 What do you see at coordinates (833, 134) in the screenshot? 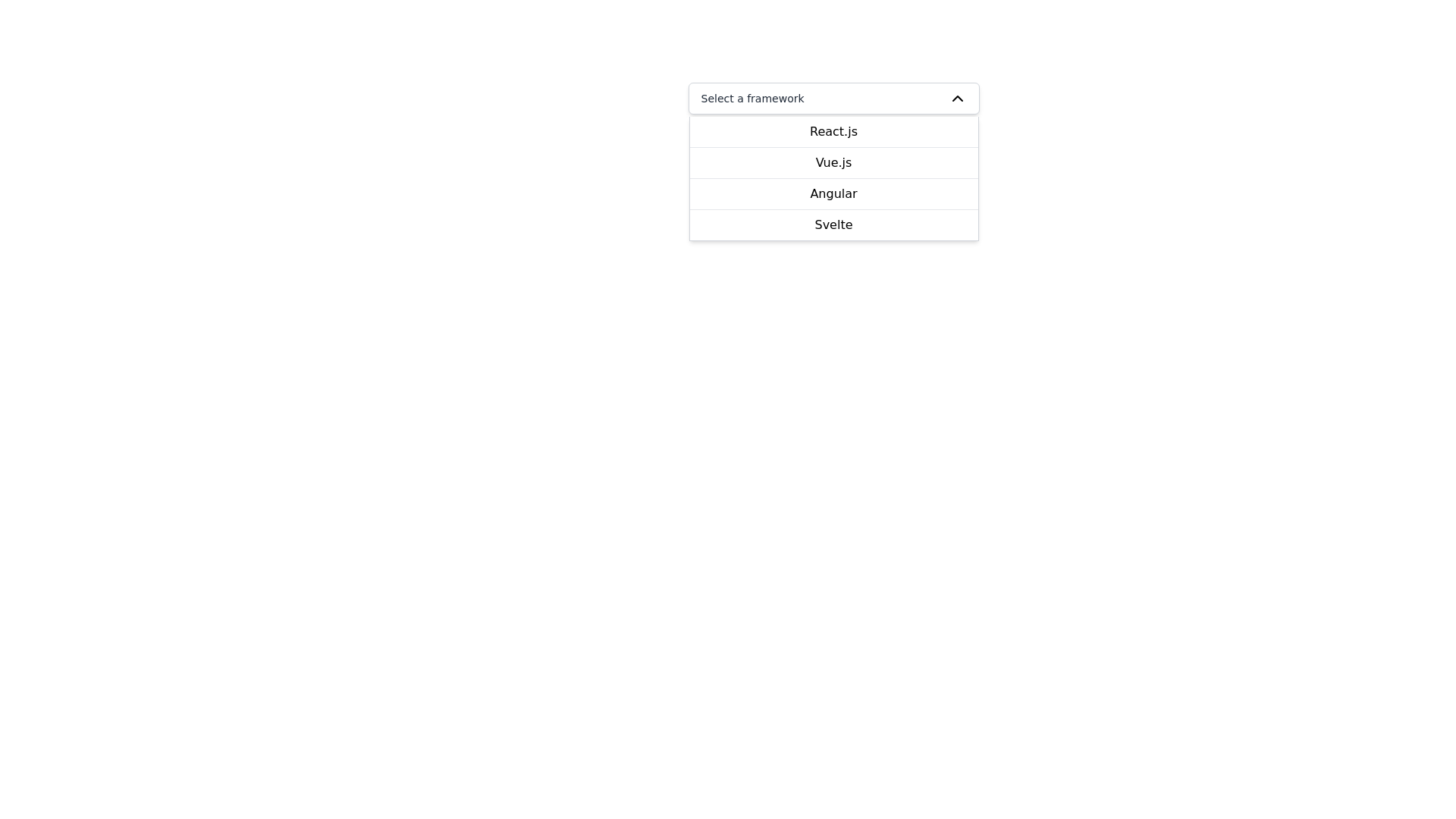
I see `explanatory text label located below the 'Select a framework' dropdown menu, which provides context about the selected framework` at bounding box center [833, 134].